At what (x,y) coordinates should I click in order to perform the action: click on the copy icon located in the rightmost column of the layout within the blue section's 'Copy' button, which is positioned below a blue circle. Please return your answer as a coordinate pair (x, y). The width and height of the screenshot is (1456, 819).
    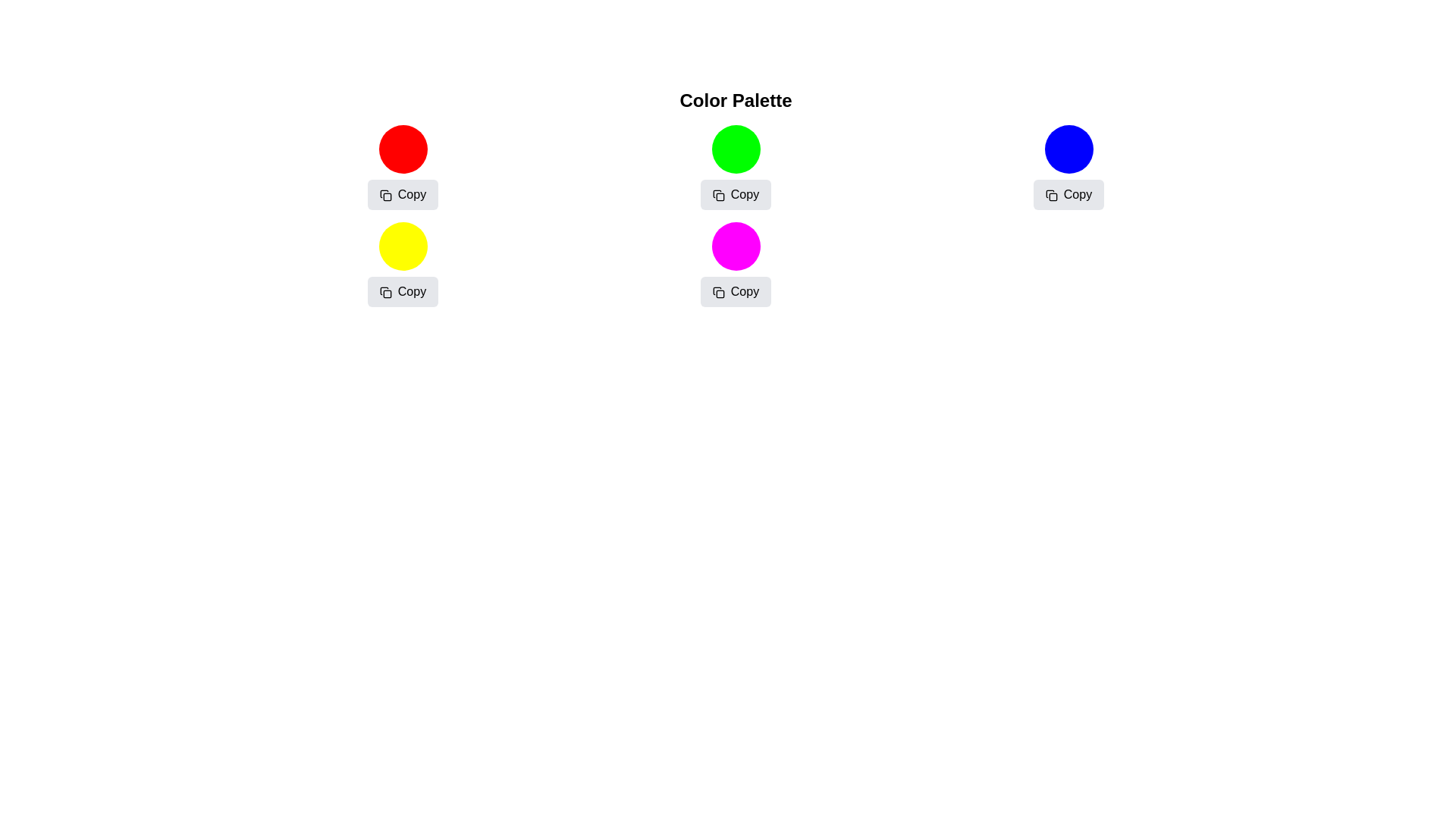
    Looking at the image, I should click on (1050, 194).